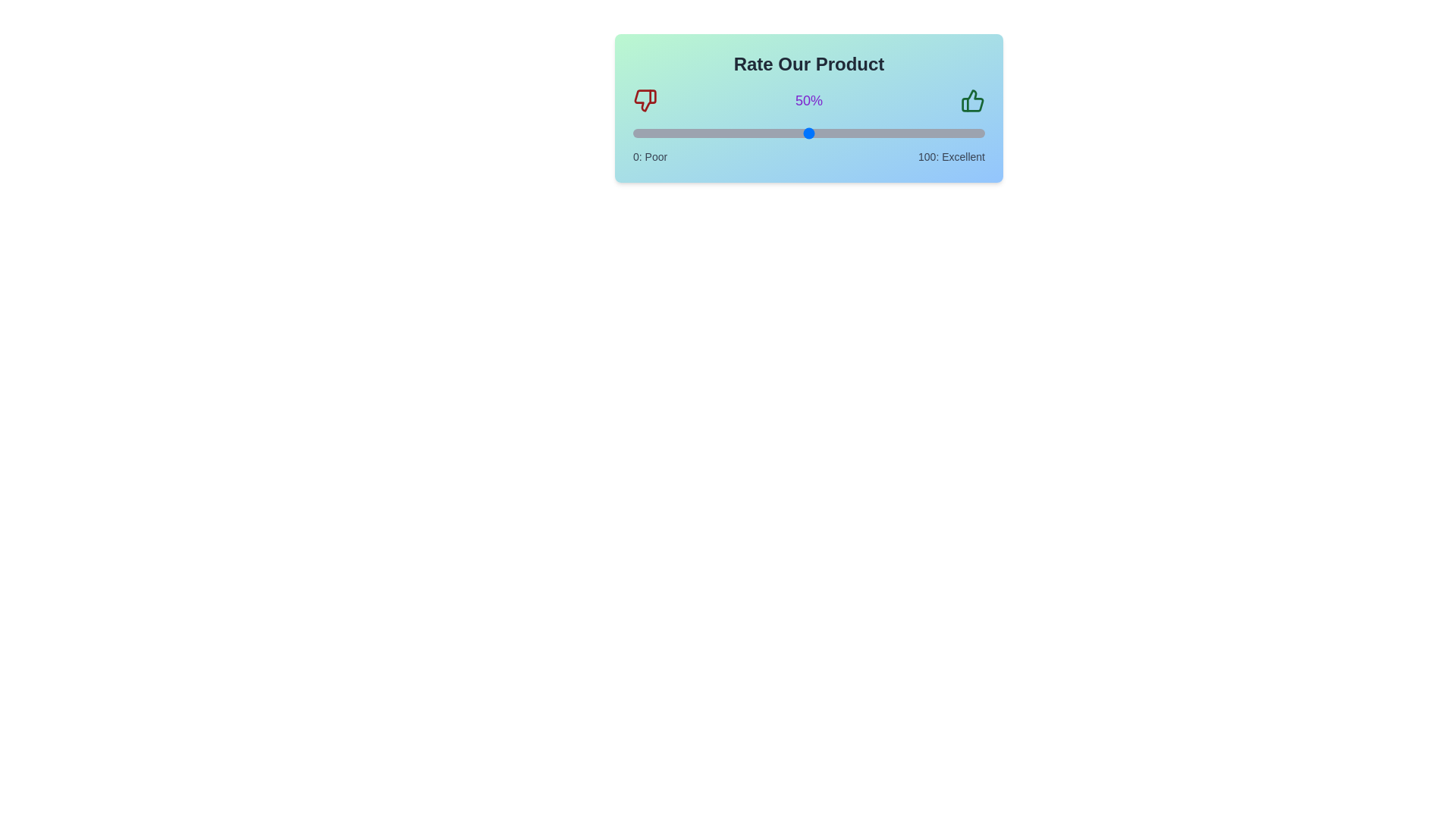 This screenshot has width=1456, height=819. I want to click on the slider to set the rating to 89%, so click(946, 133).